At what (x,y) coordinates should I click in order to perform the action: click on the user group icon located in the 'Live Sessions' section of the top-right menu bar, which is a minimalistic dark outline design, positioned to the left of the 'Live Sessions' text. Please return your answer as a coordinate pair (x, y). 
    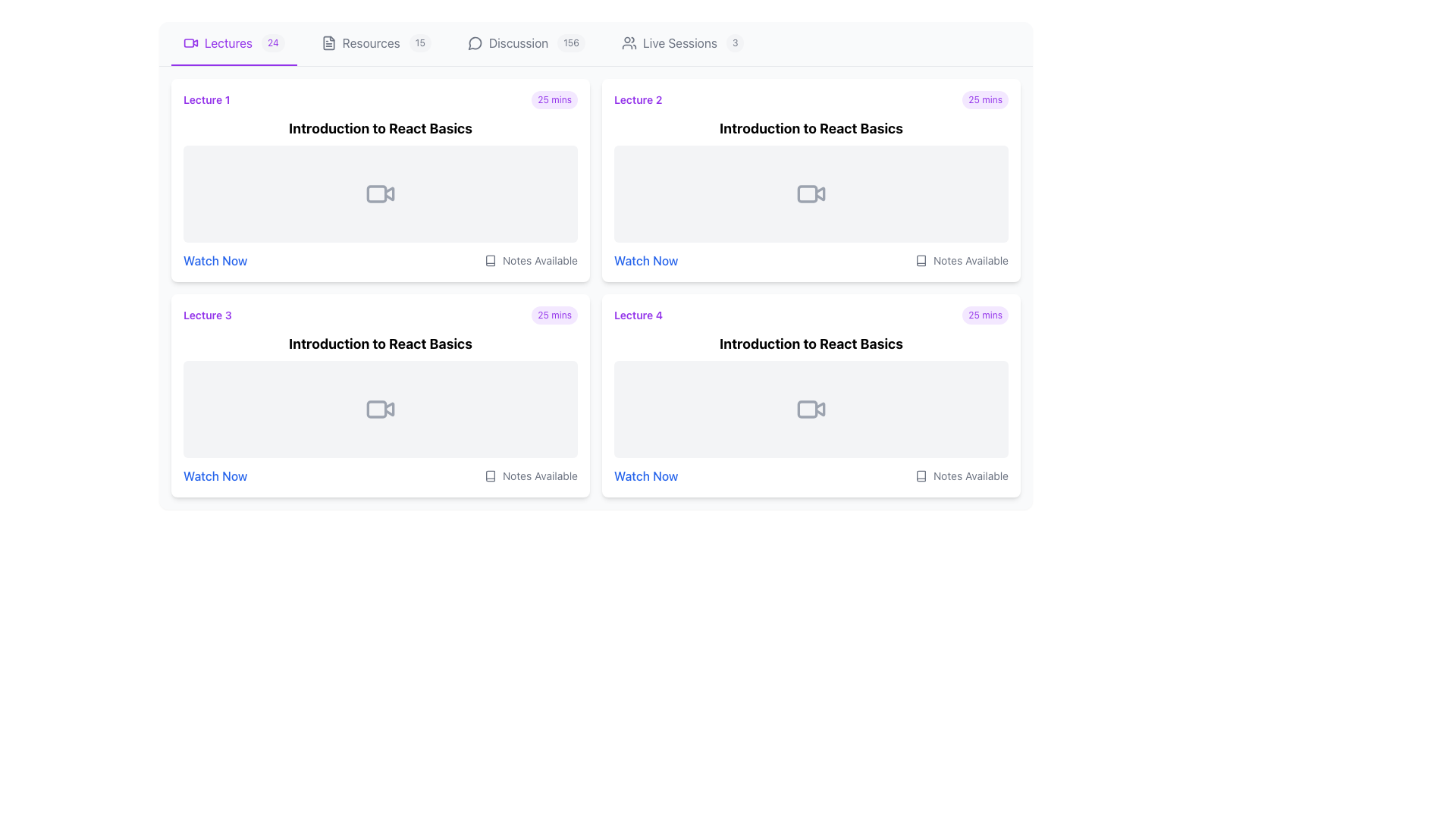
    Looking at the image, I should click on (629, 42).